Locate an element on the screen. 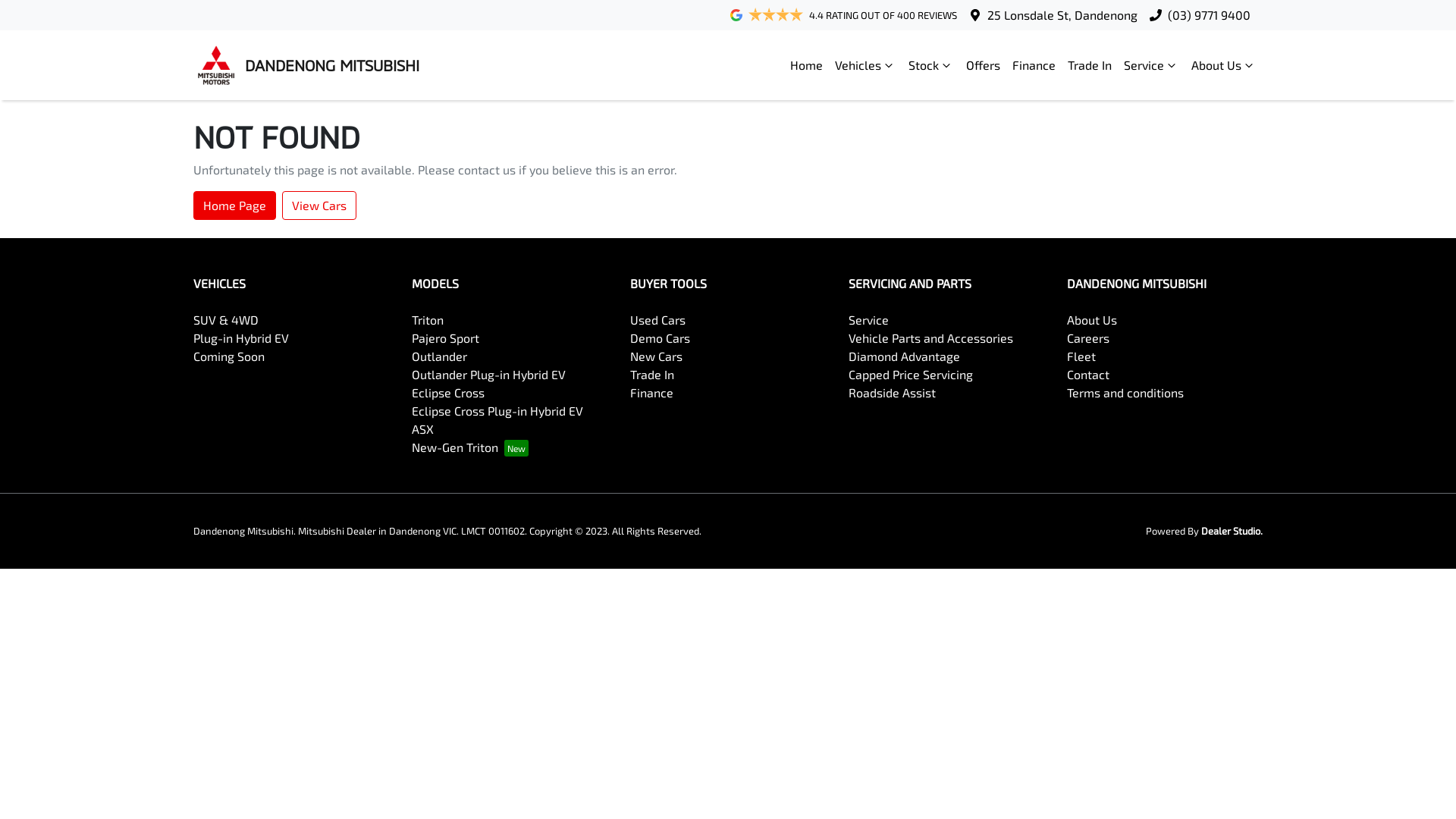 The width and height of the screenshot is (1456, 819). 'Home Page' is located at coordinates (234, 205).